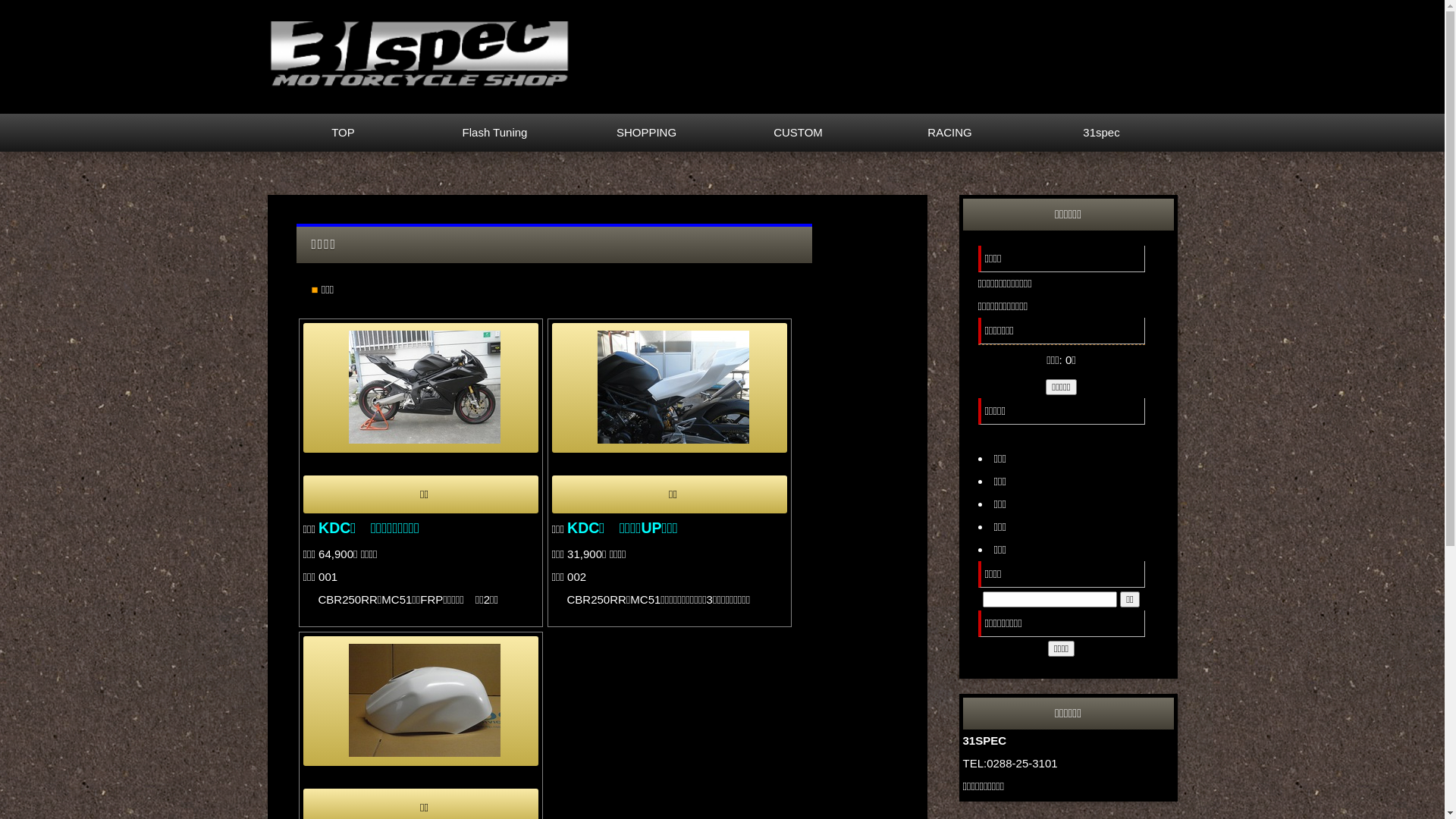  Describe the element at coordinates (341, 131) in the screenshot. I see `'TOP'` at that location.